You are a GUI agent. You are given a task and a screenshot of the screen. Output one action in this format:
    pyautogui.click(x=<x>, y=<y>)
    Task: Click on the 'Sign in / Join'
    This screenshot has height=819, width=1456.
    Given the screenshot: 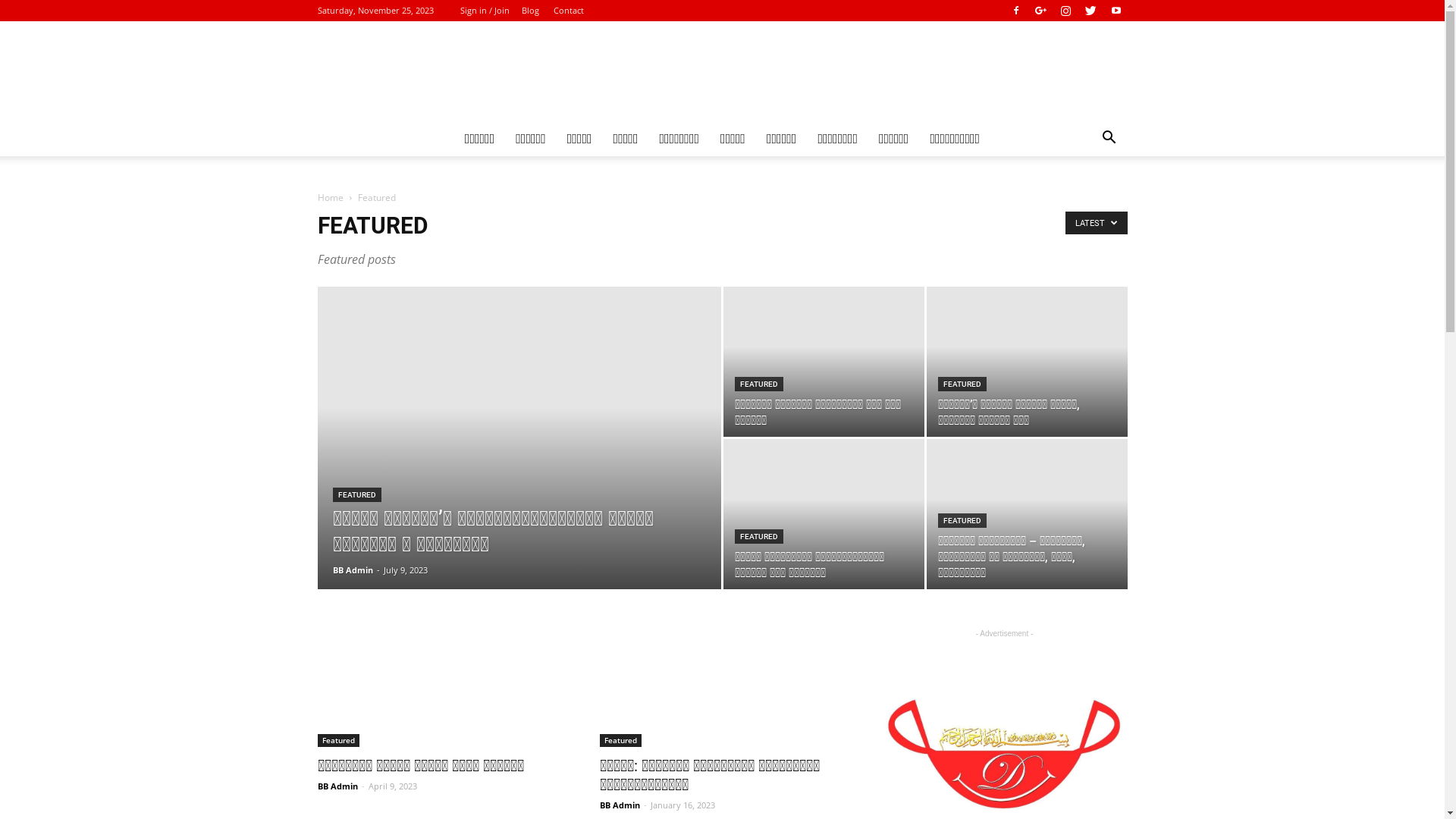 What is the action you would take?
    pyautogui.click(x=458, y=10)
    